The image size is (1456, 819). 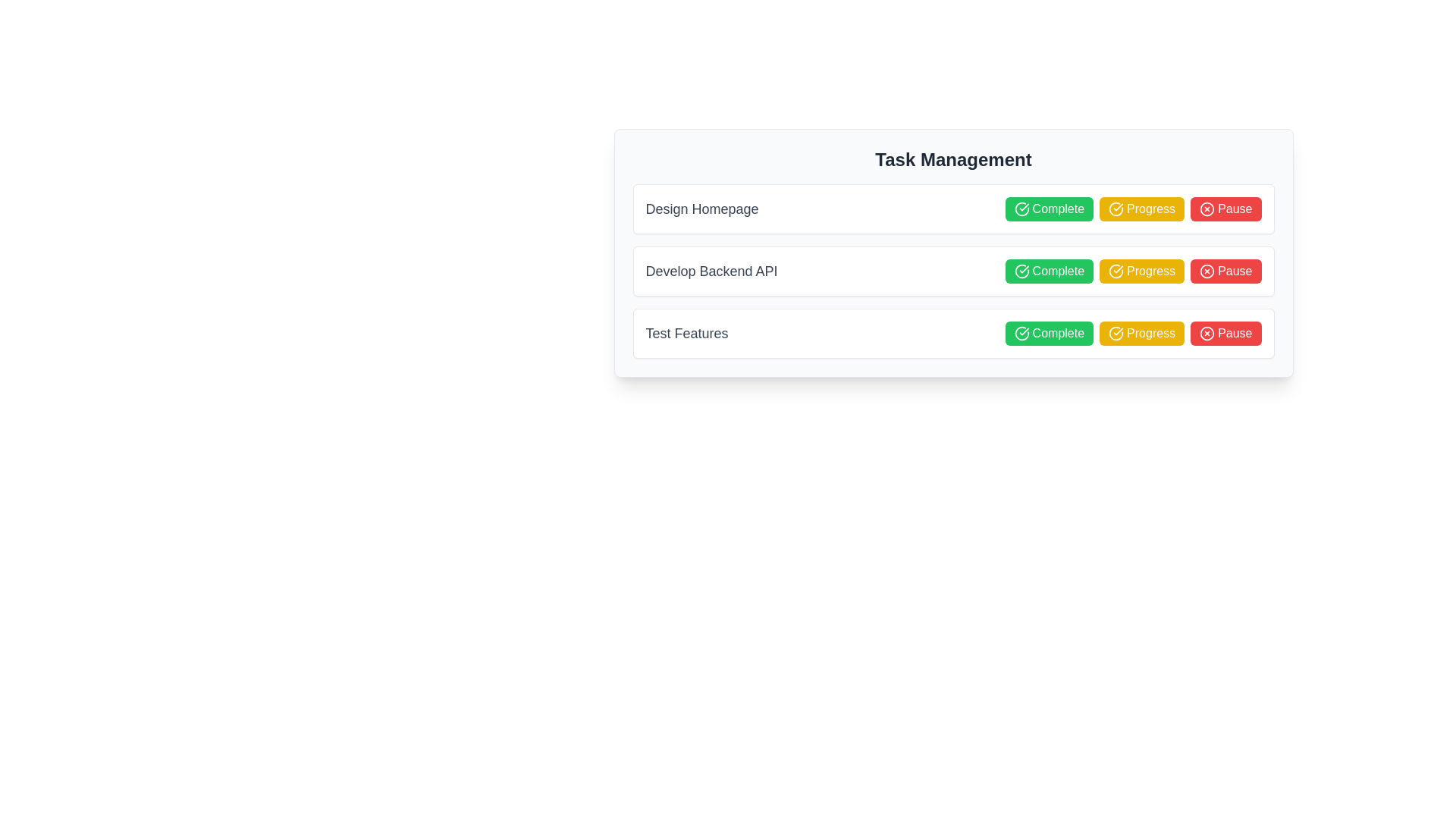 What do you see at coordinates (1048, 332) in the screenshot?
I see `the 'Complete' button with a green background and white text in the 'Test Features' row to mark the task as complete` at bounding box center [1048, 332].